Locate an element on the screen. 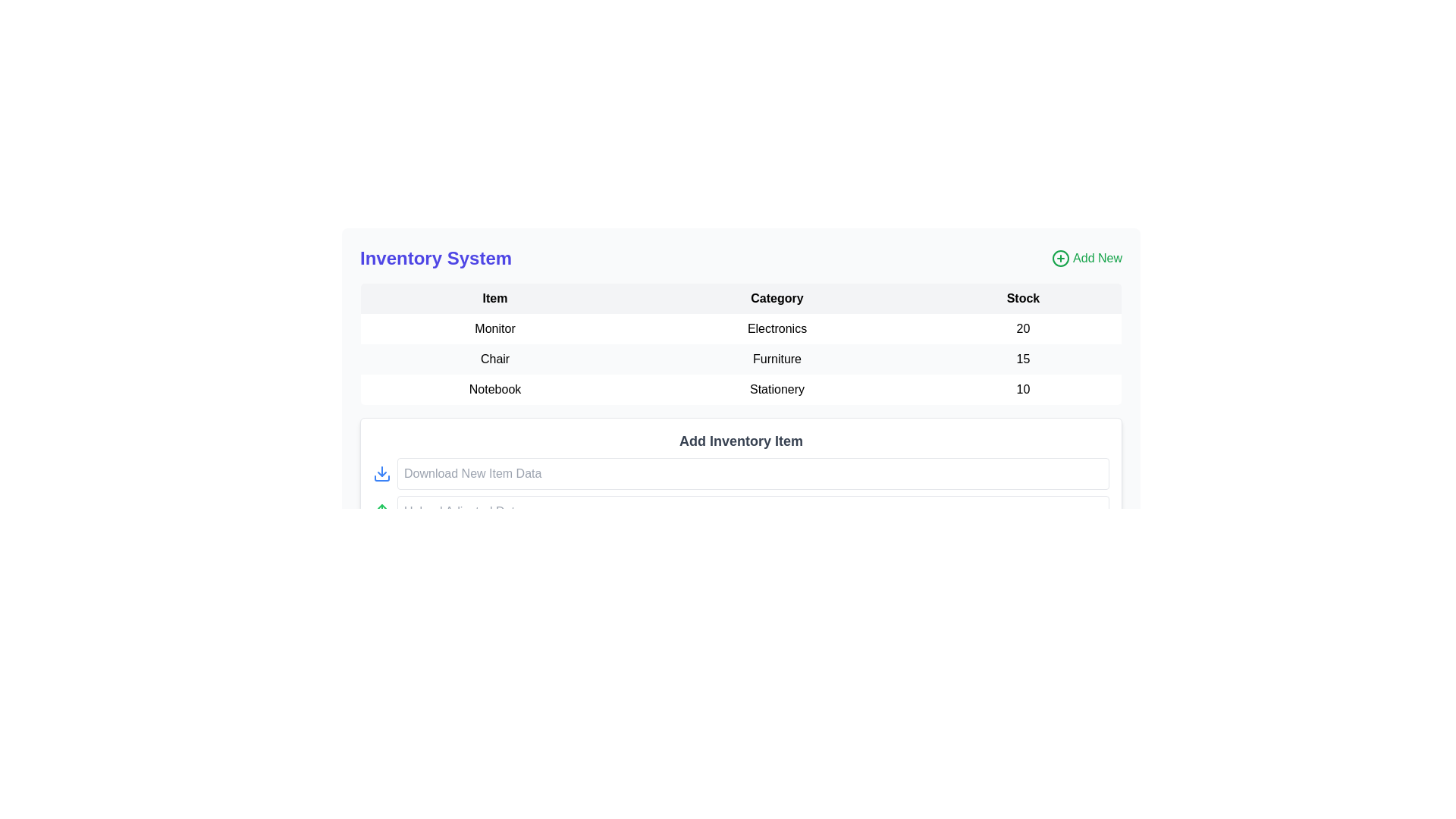 This screenshot has height=819, width=1456. the second row in the 'Inventory System' table that displays details of the item 'Chair', its category 'Furniture', and its stock quantity '15' is located at coordinates (741, 359).